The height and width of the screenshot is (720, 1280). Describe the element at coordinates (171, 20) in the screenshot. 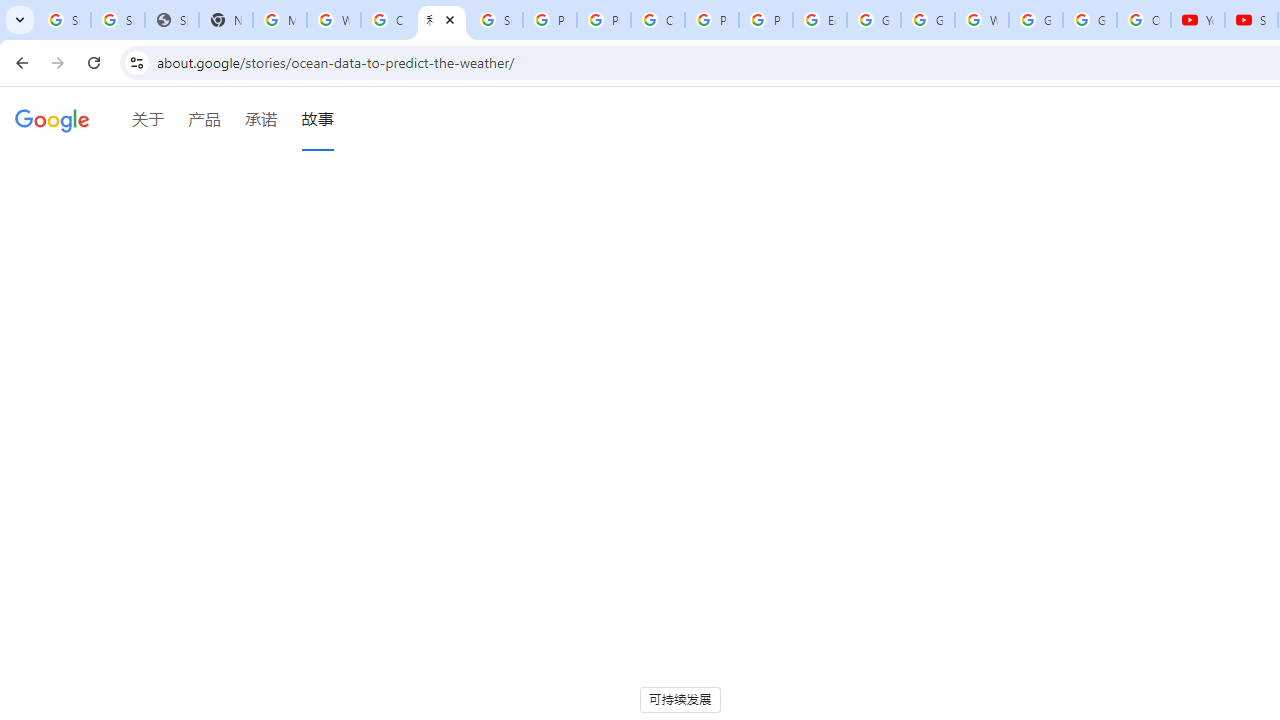

I see `'Sign In - USA TODAY'` at that location.